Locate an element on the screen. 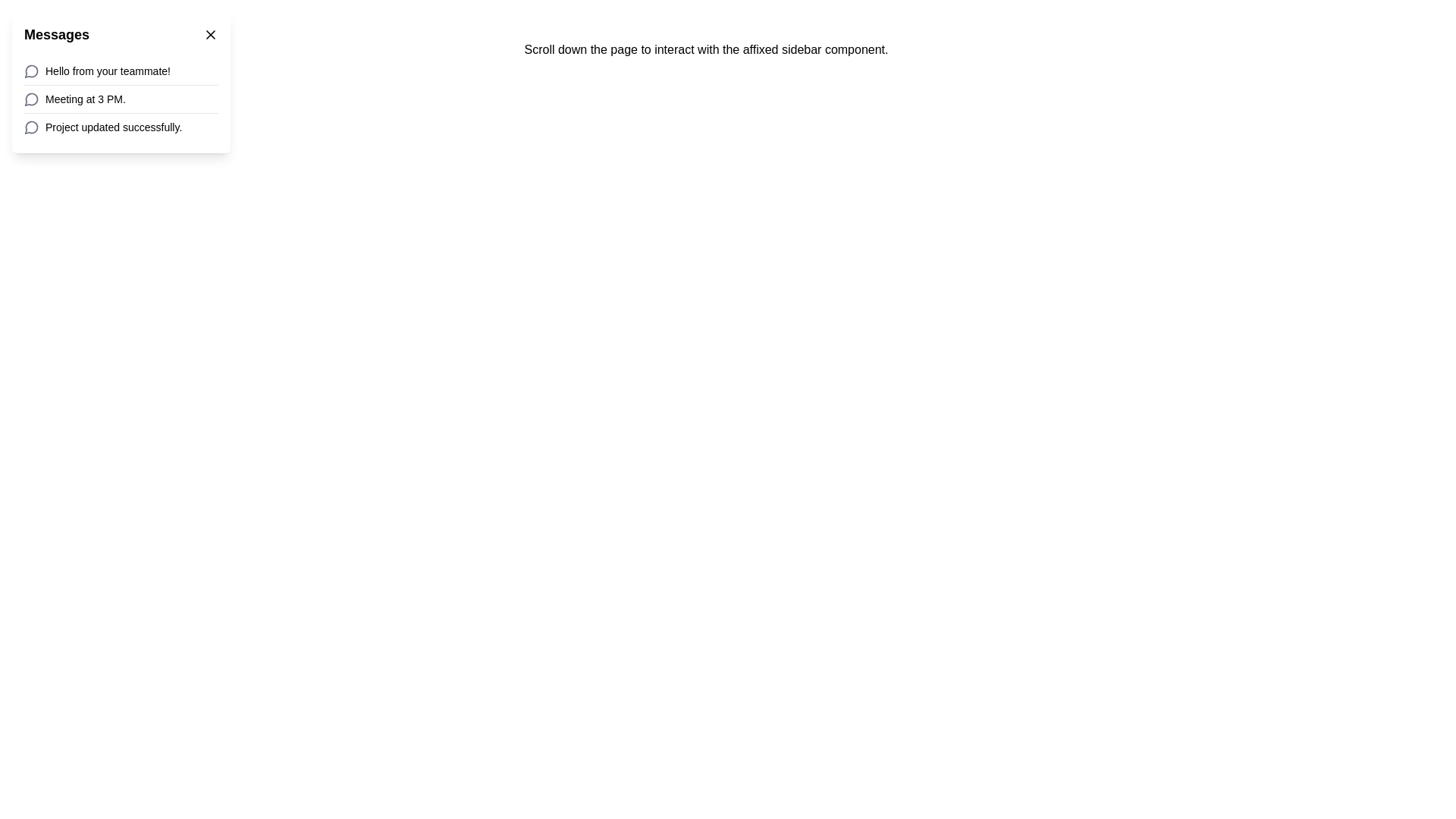  the List Item with Icon displaying the notification 'Meeting at 3 PM.' located under the heading 'Messages.' is located at coordinates (120, 99).